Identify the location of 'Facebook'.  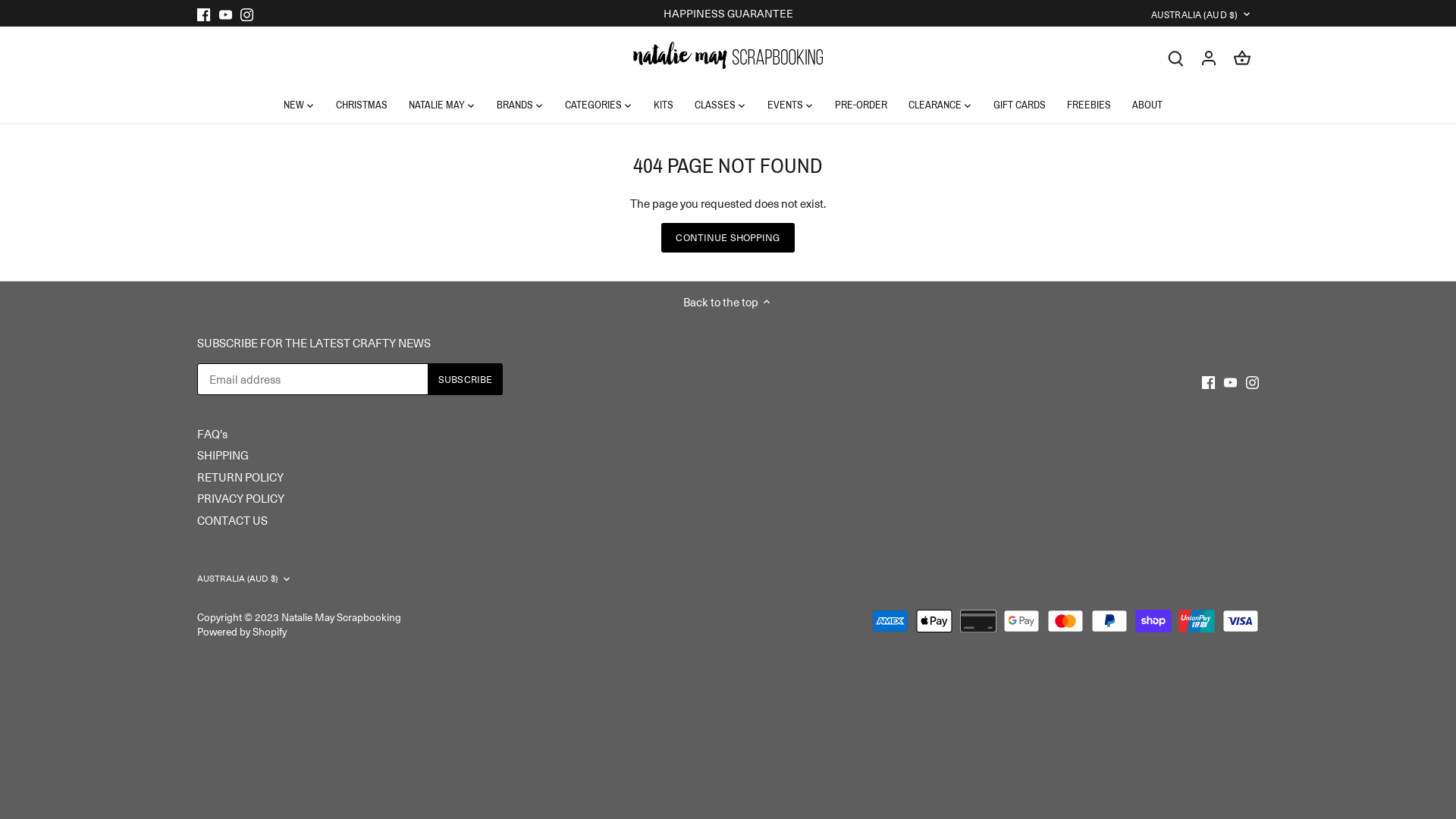
(1207, 380).